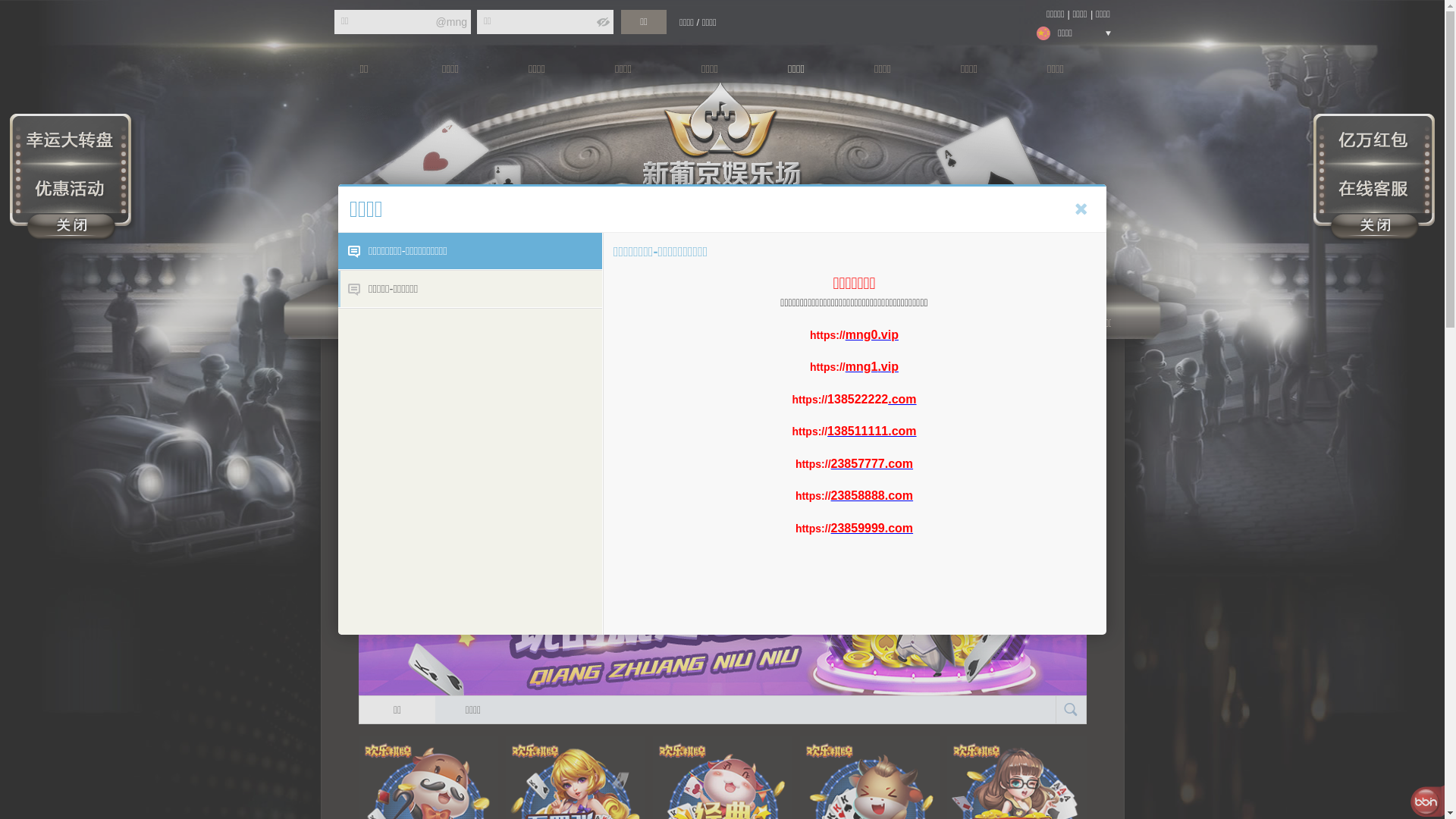 This screenshot has height=819, width=1456. What do you see at coordinates (861, 366) in the screenshot?
I see `'mng1'` at bounding box center [861, 366].